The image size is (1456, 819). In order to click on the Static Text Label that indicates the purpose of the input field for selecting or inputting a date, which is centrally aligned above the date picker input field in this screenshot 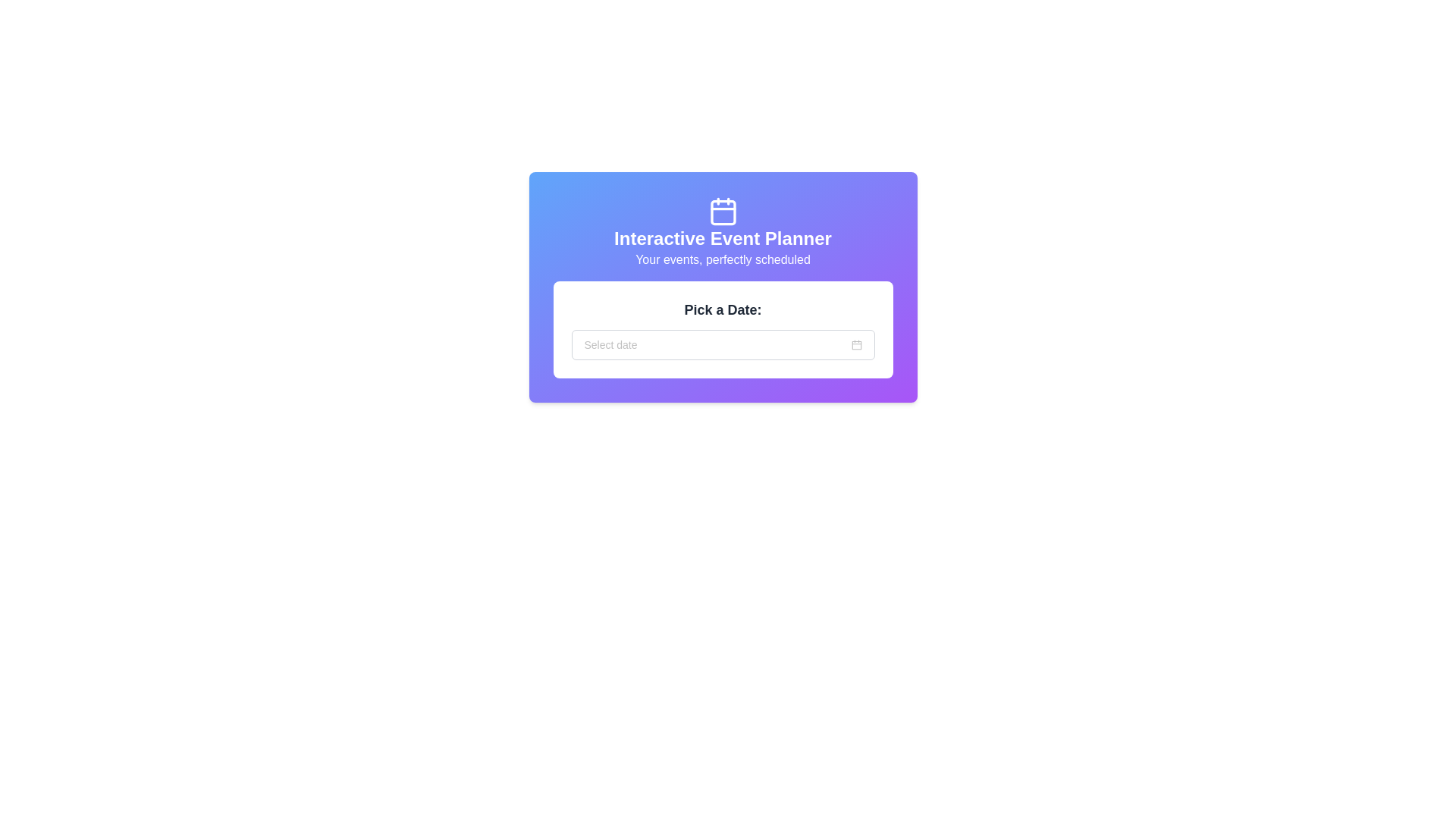, I will do `click(722, 309)`.